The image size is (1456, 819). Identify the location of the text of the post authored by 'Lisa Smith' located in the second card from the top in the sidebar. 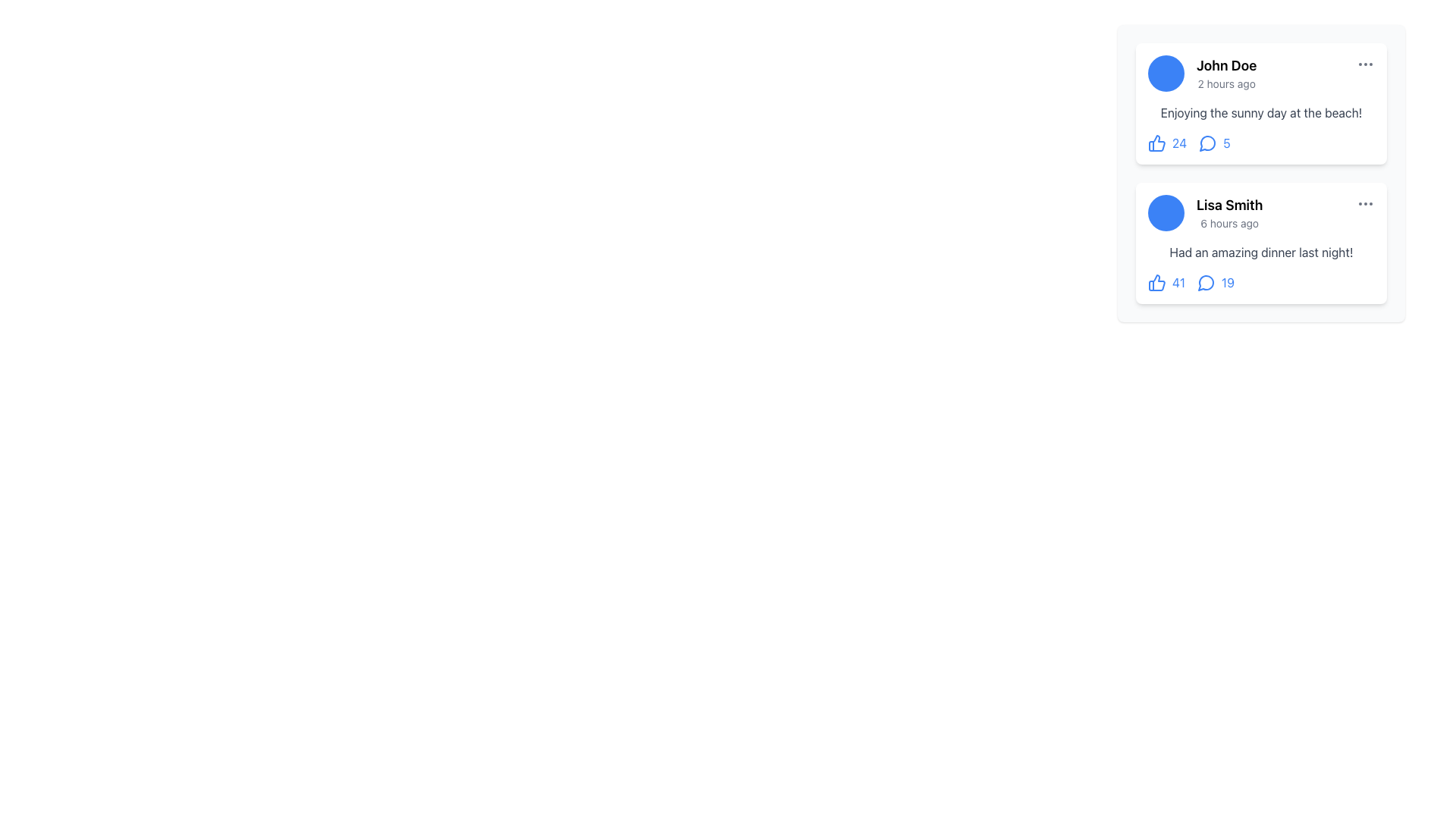
(1261, 251).